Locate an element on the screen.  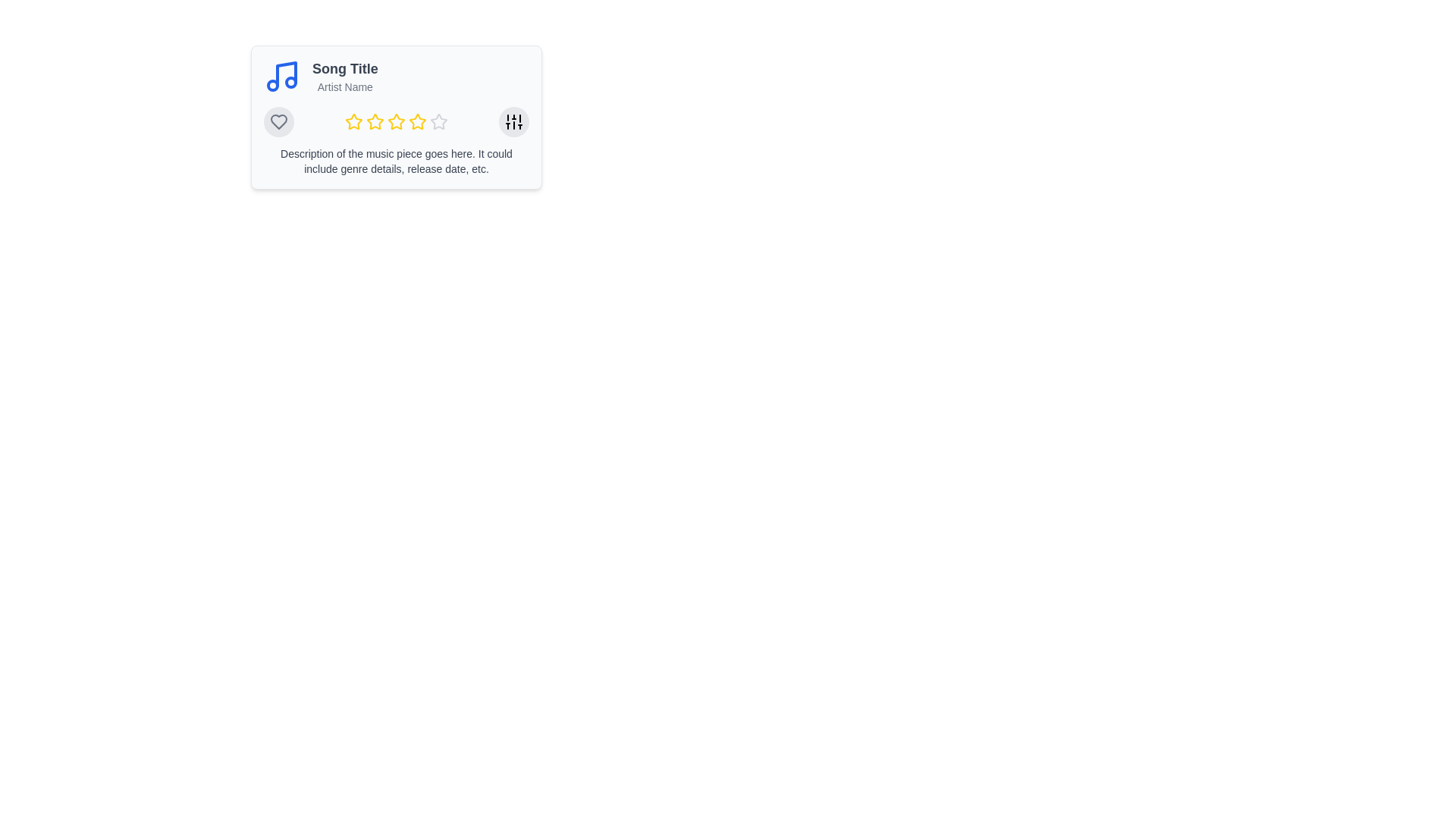
the circular button with a light gray background and a vertical sliders icon is located at coordinates (513, 121).